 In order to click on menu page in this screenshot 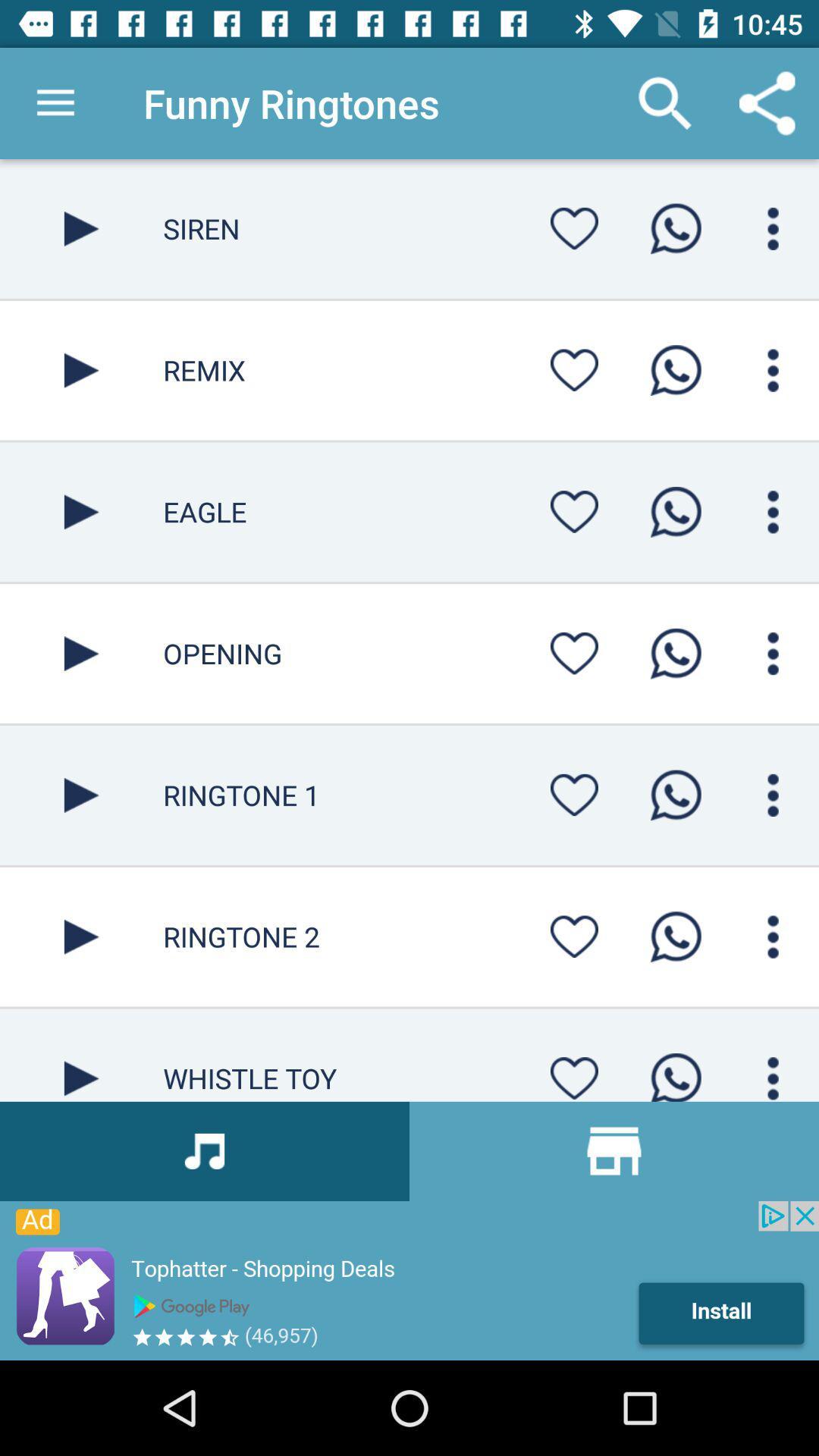, I will do `click(773, 227)`.